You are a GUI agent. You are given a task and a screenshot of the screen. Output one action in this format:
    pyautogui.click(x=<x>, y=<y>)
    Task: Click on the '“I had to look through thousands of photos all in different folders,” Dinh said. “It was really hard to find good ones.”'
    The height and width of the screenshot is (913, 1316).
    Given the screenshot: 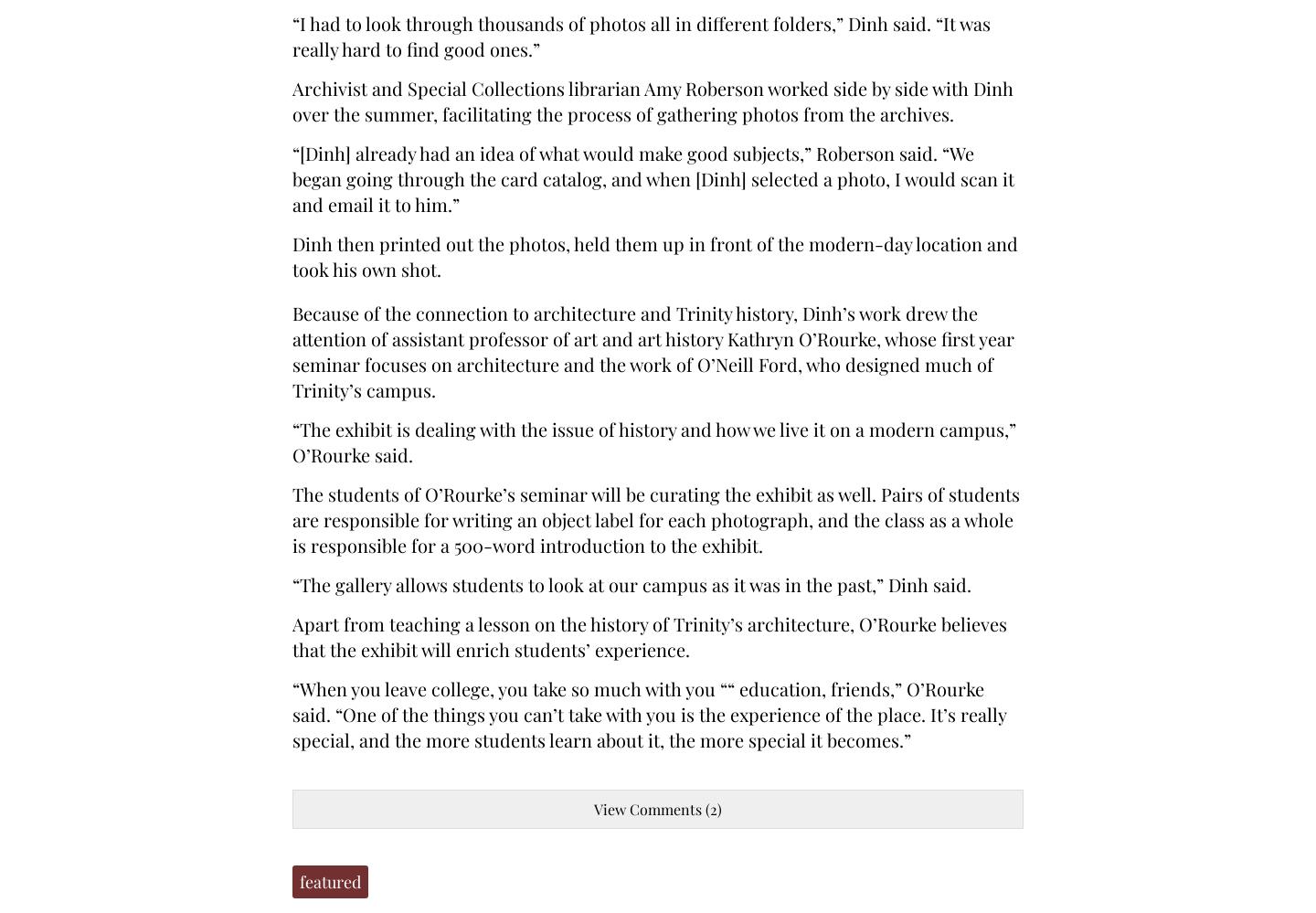 What is the action you would take?
    pyautogui.click(x=642, y=36)
    